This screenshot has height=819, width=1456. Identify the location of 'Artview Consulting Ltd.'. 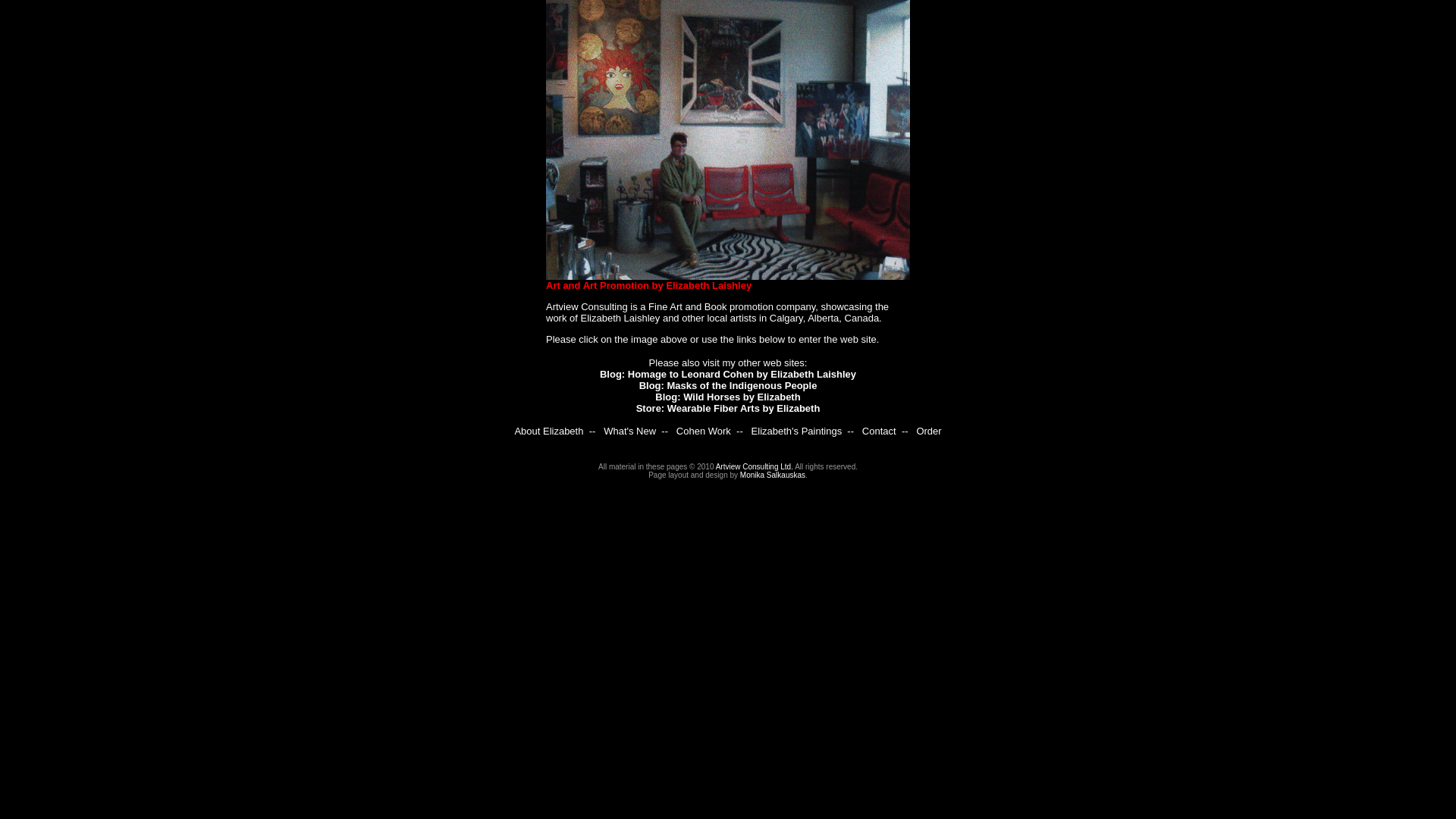
(715, 466).